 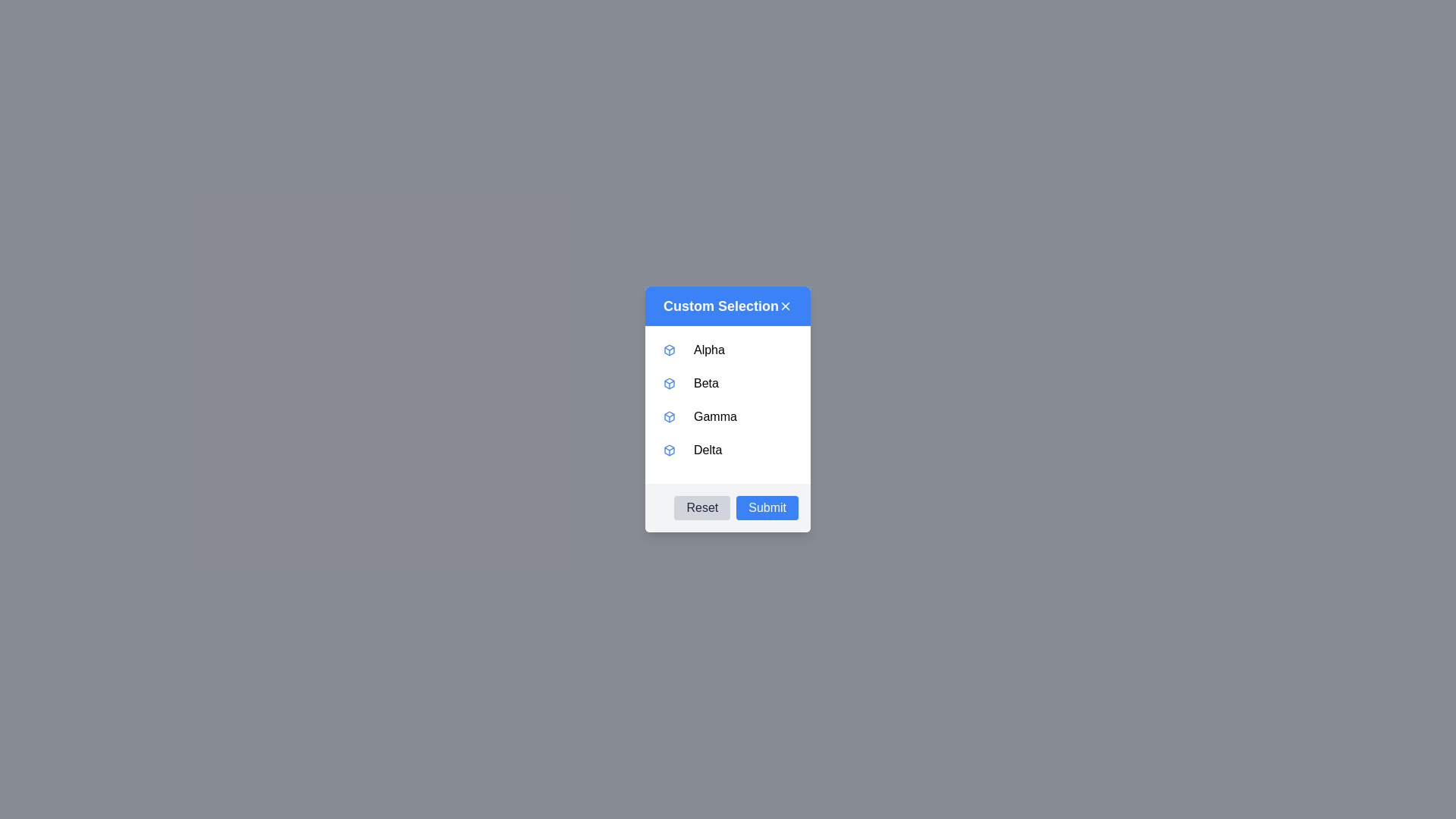 What do you see at coordinates (669, 417) in the screenshot?
I see `the circular icon button with a blue outline and a cube-shaped glyph, located beside the text 'Gamma' in the third row of the list` at bounding box center [669, 417].